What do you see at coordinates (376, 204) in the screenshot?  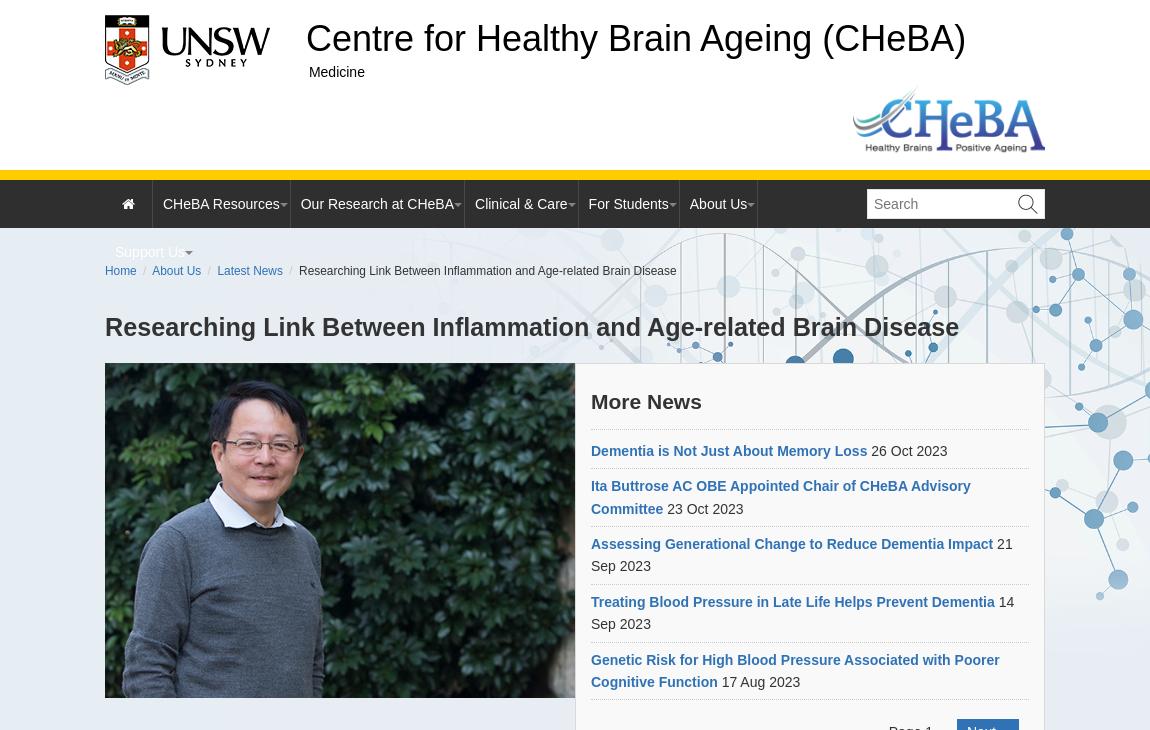 I see `'Our Research at CHeBA'` at bounding box center [376, 204].